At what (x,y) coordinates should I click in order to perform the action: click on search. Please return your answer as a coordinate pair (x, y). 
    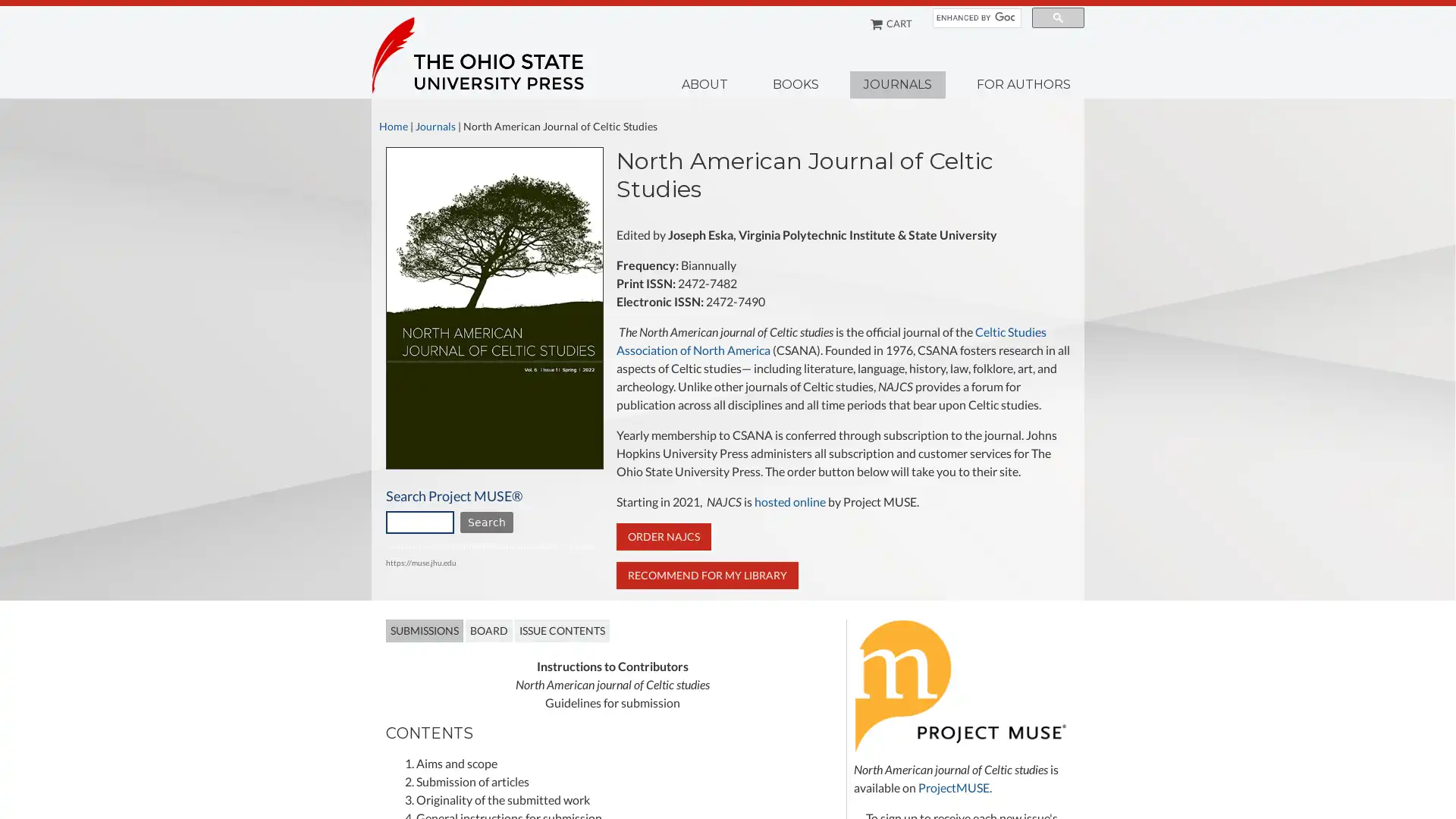
    Looking at the image, I should click on (1057, 17).